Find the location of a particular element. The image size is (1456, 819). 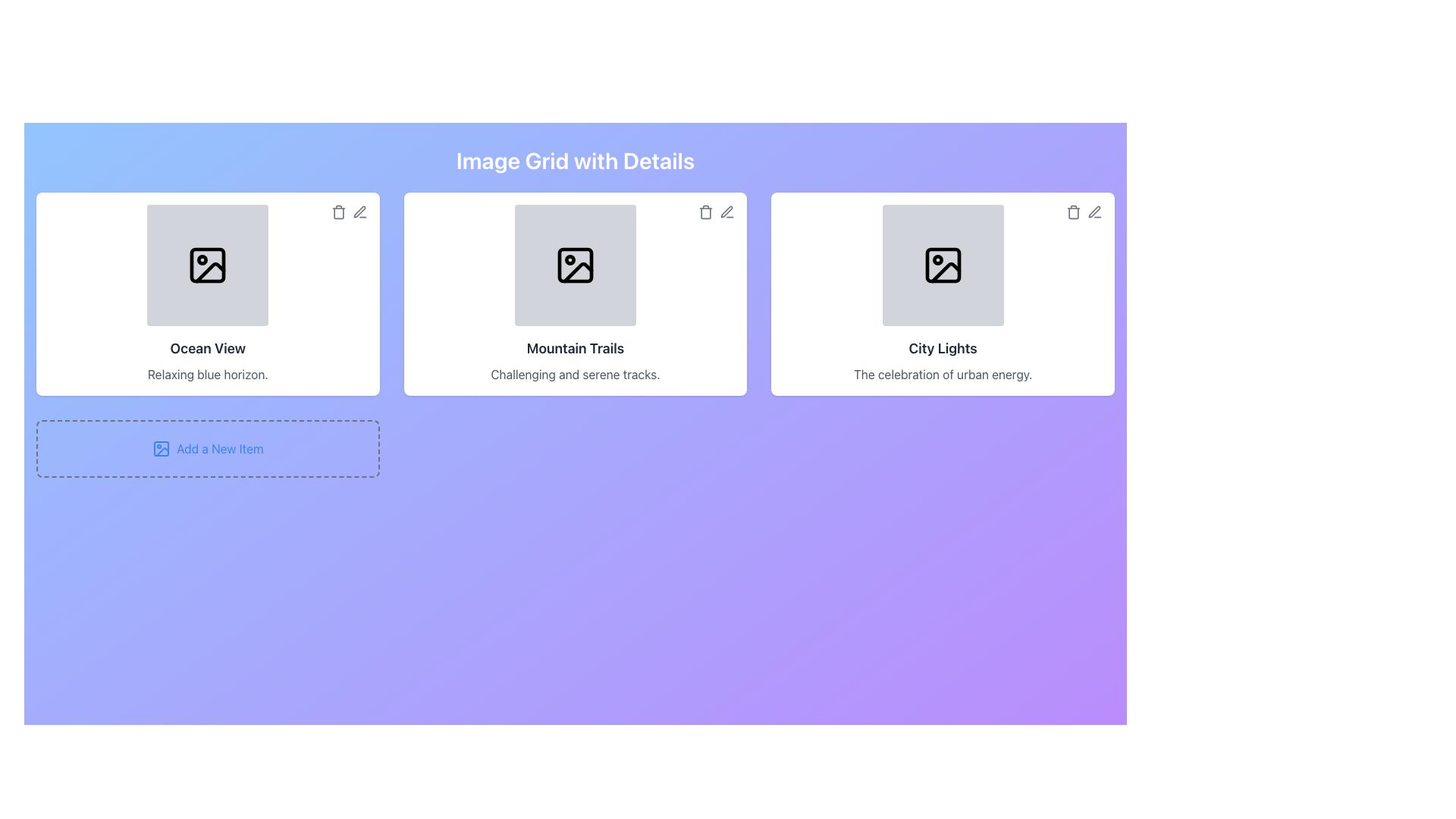

the text label reading 'Relaxing blue horizon' which is styled in a smaller font size and grayish color, located within the 'Ocean View' card component below the header text 'Ocean View' is located at coordinates (207, 374).